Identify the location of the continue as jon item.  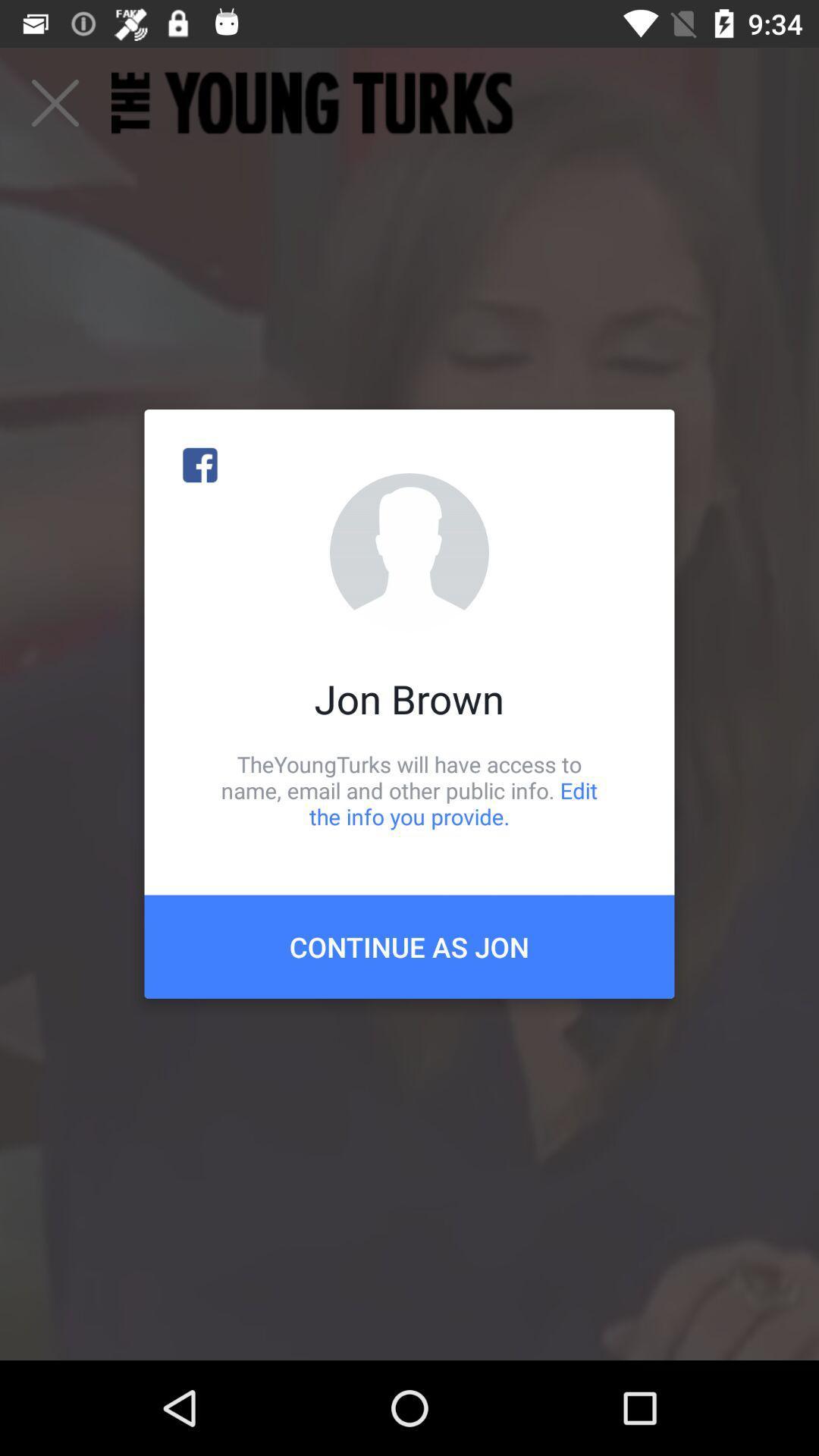
(409, 946).